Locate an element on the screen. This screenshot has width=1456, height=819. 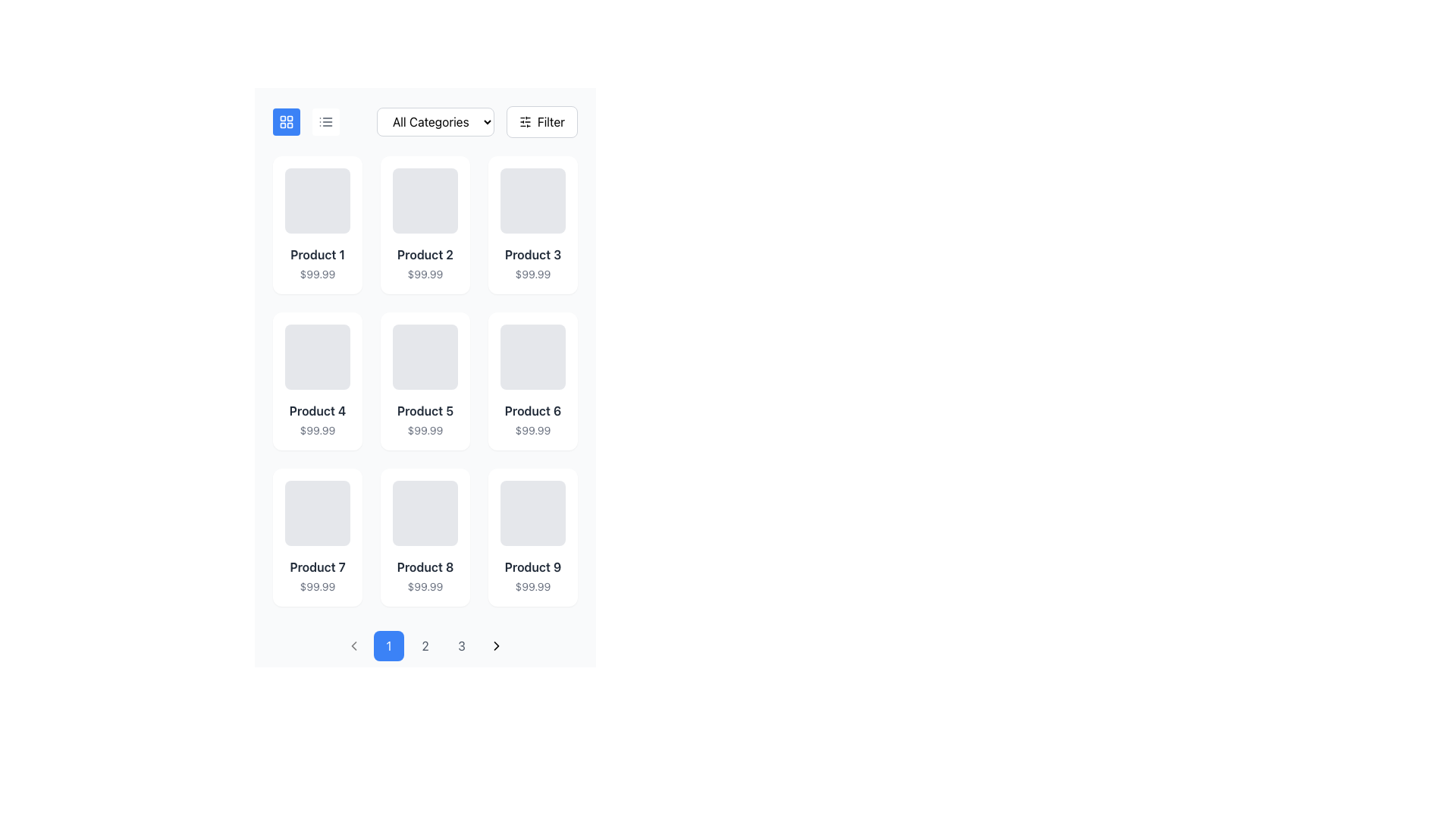
the text label displaying the price '$99.99' located beneath the title 'Product 3' in the grid layout of products is located at coordinates (532, 275).